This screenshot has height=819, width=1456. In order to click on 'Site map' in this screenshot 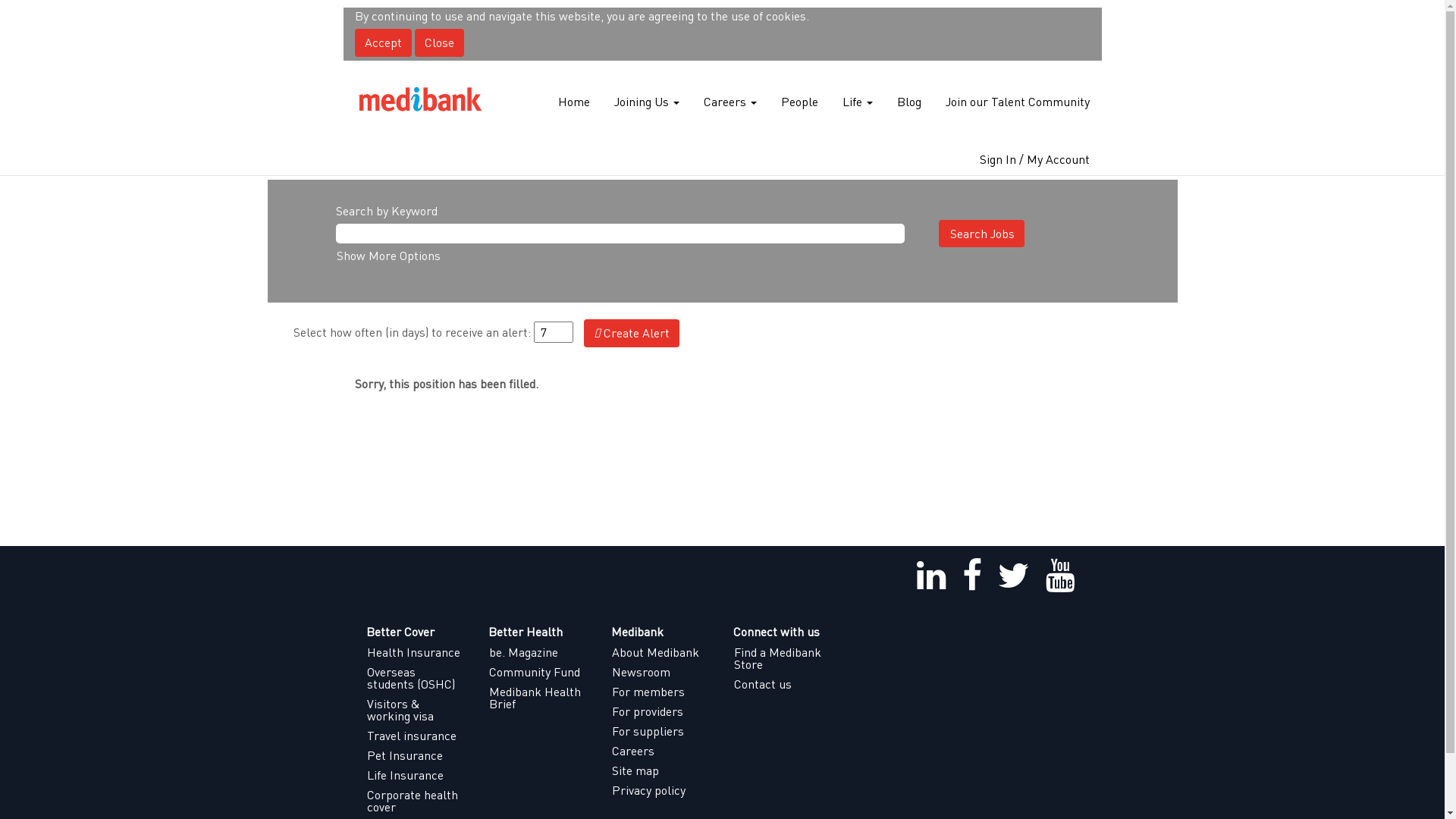, I will do `click(661, 770)`.